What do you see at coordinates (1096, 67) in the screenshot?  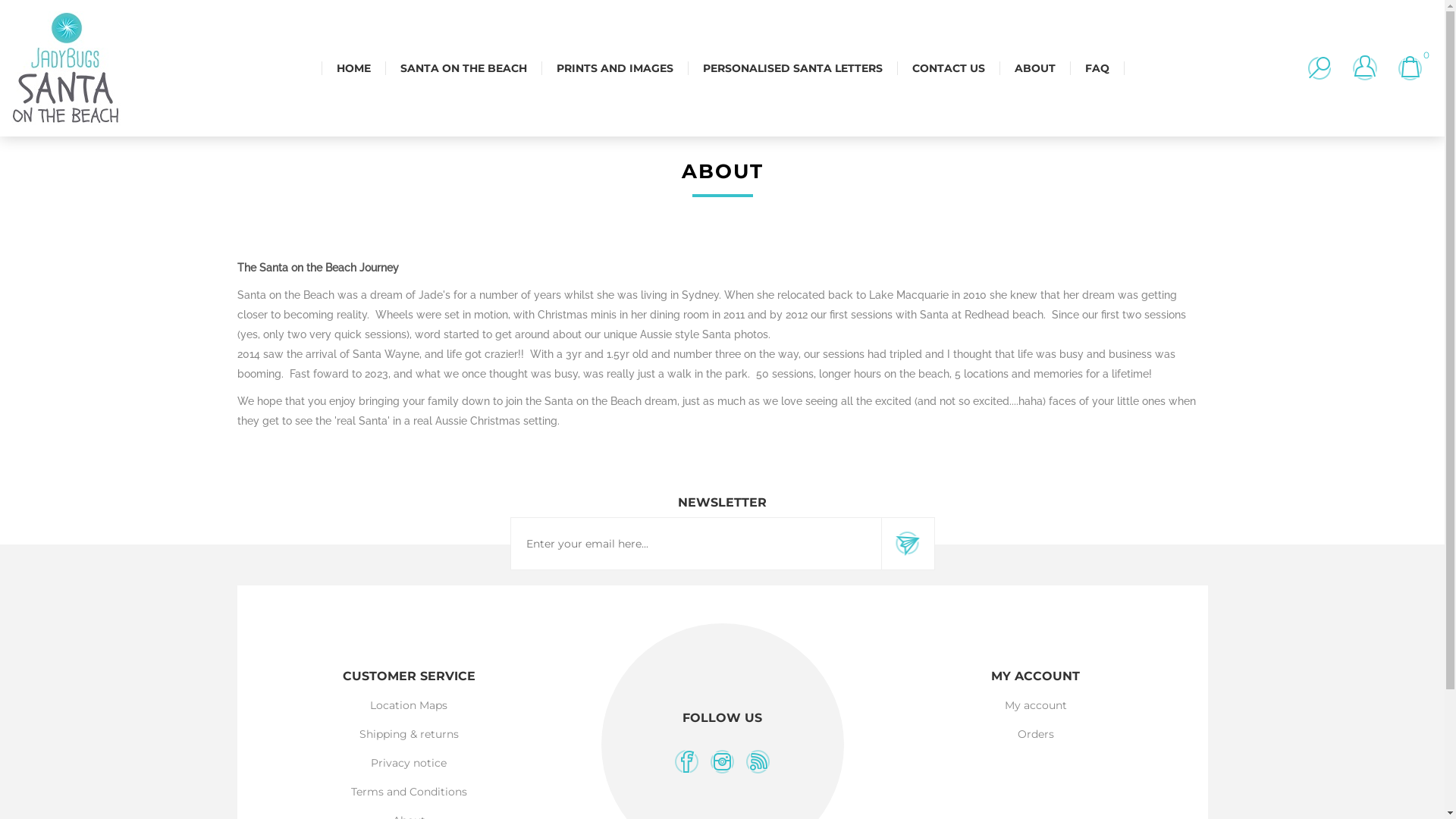 I see `'FAQ'` at bounding box center [1096, 67].